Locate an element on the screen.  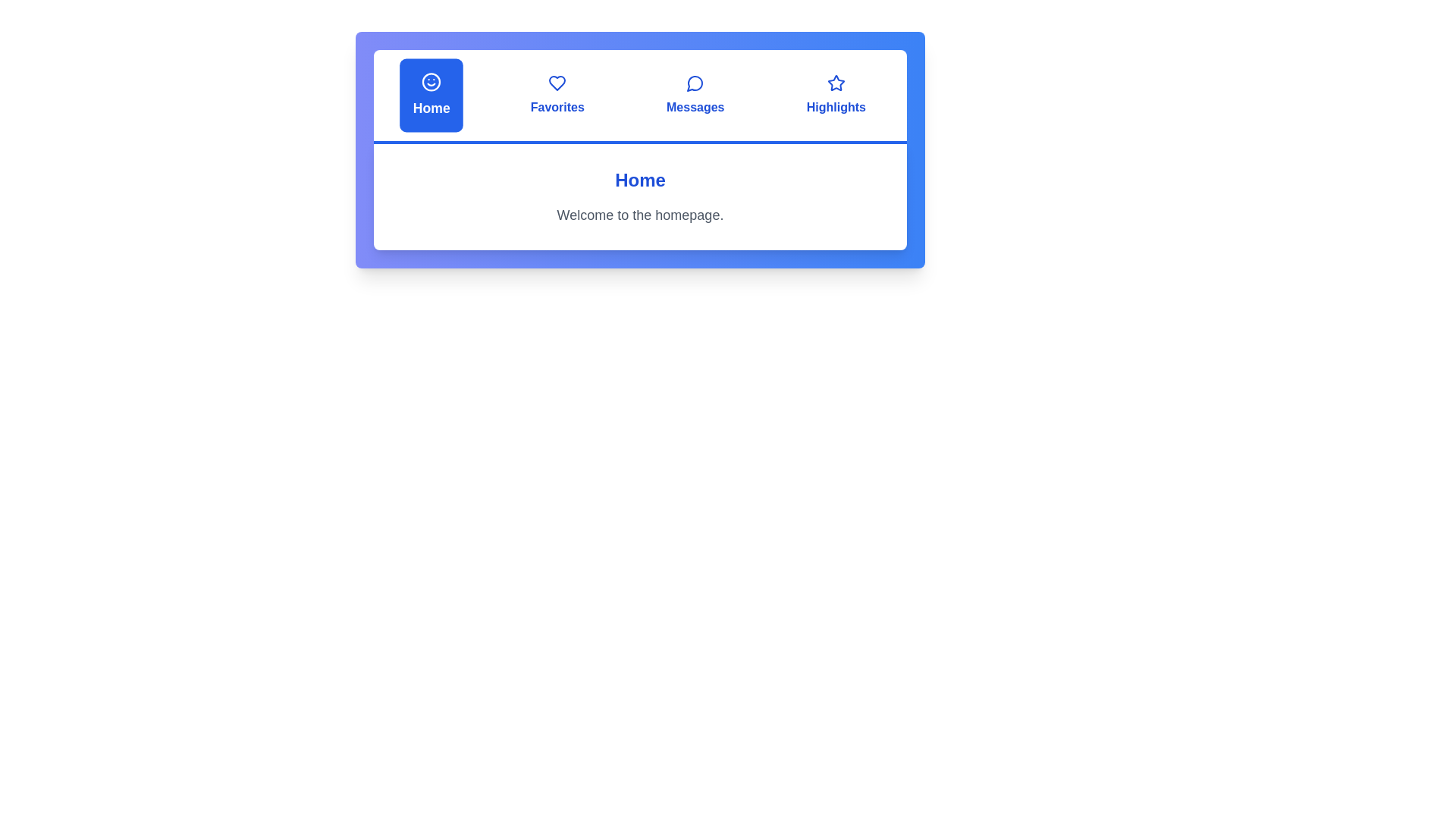
the tab labeled Highlights is located at coordinates (836, 96).